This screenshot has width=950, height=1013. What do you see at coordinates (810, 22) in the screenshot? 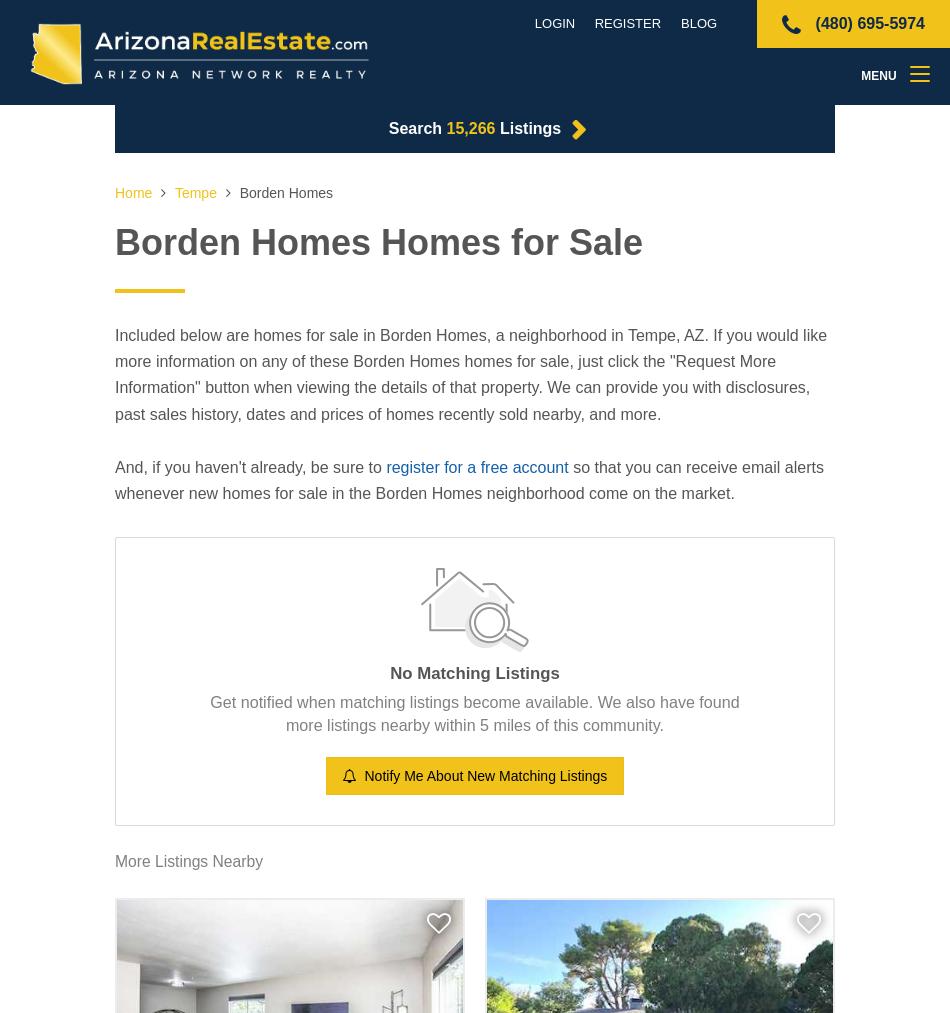
I see `'(480) 695-5974'` at bounding box center [810, 22].